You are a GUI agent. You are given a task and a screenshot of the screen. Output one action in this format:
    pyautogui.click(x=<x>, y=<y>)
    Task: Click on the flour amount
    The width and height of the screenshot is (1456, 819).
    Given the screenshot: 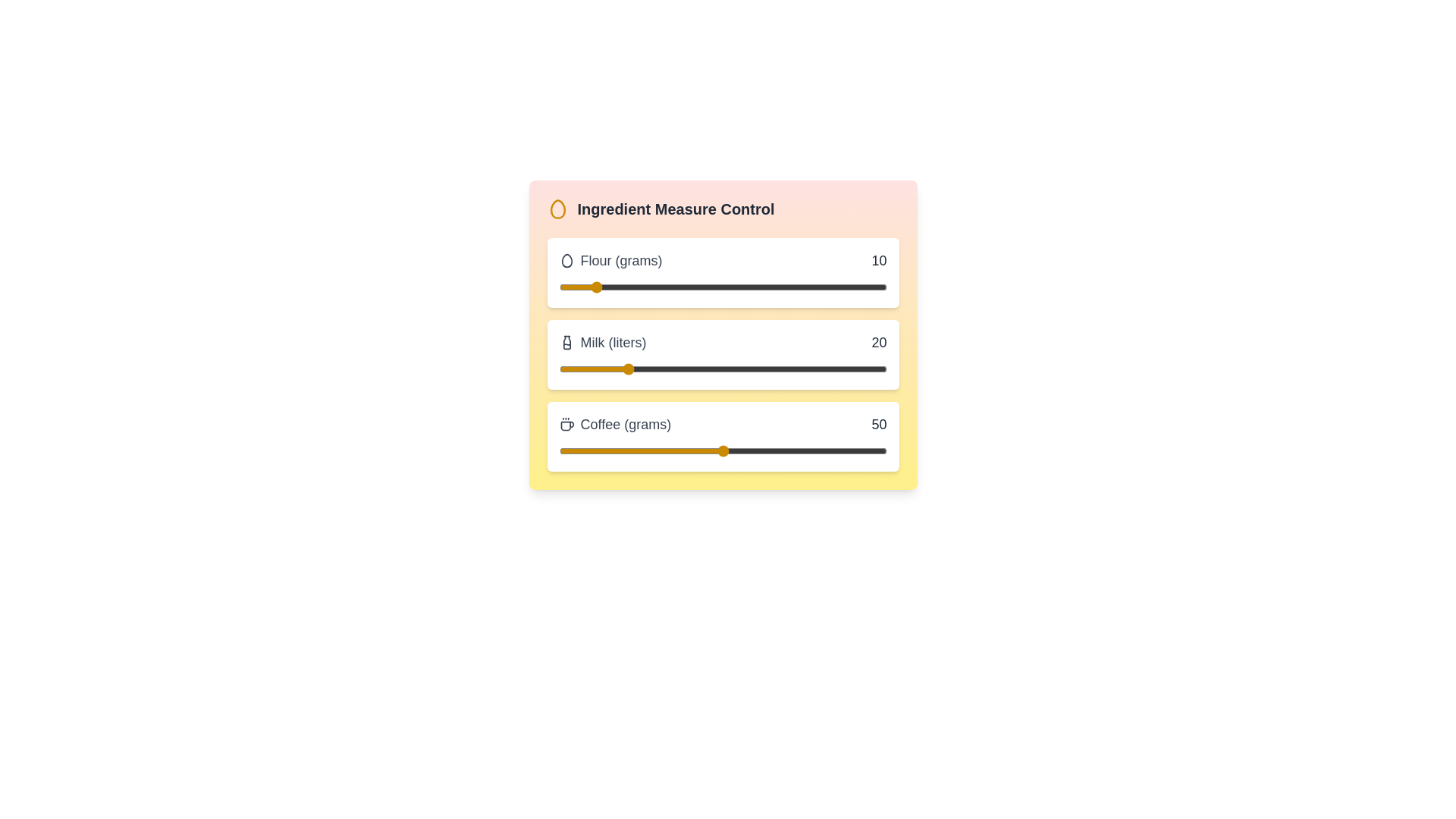 What is the action you would take?
    pyautogui.click(x=679, y=287)
    